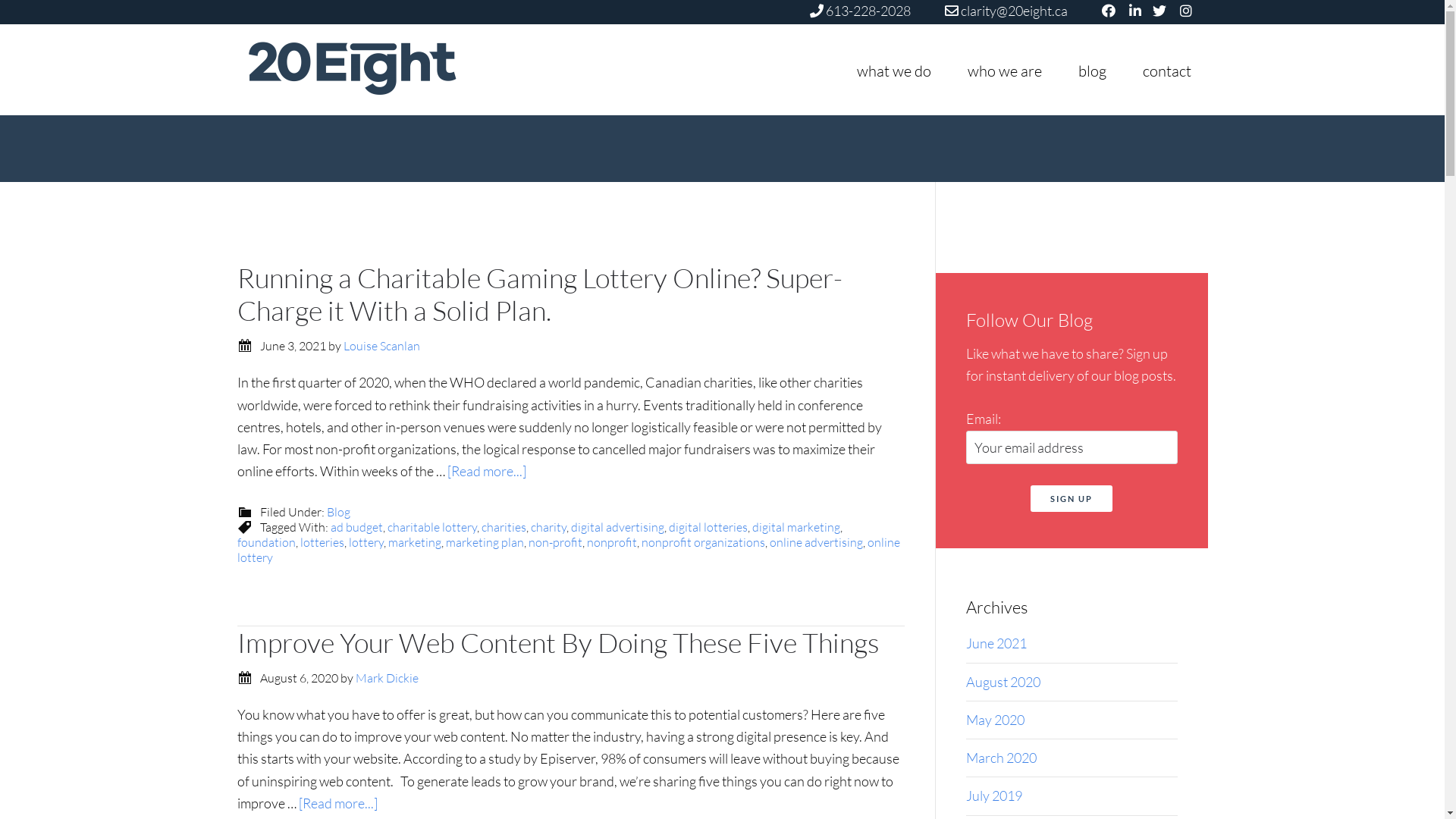 The height and width of the screenshot is (819, 1456). What do you see at coordinates (860, 11) in the screenshot?
I see `'613-228-2028'` at bounding box center [860, 11].